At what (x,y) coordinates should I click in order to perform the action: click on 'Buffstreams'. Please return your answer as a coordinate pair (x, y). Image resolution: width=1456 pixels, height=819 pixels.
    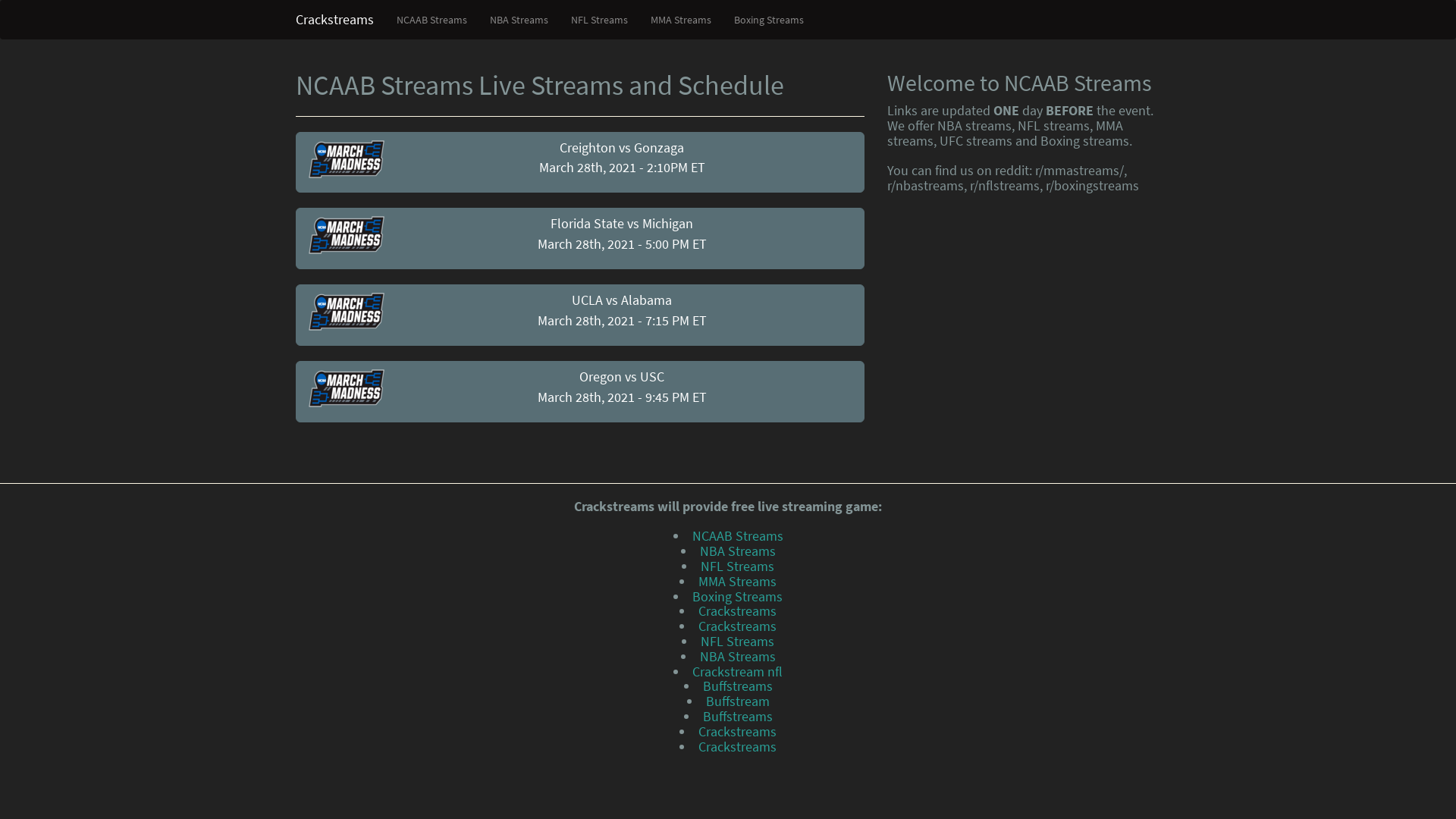
    Looking at the image, I should click on (736, 686).